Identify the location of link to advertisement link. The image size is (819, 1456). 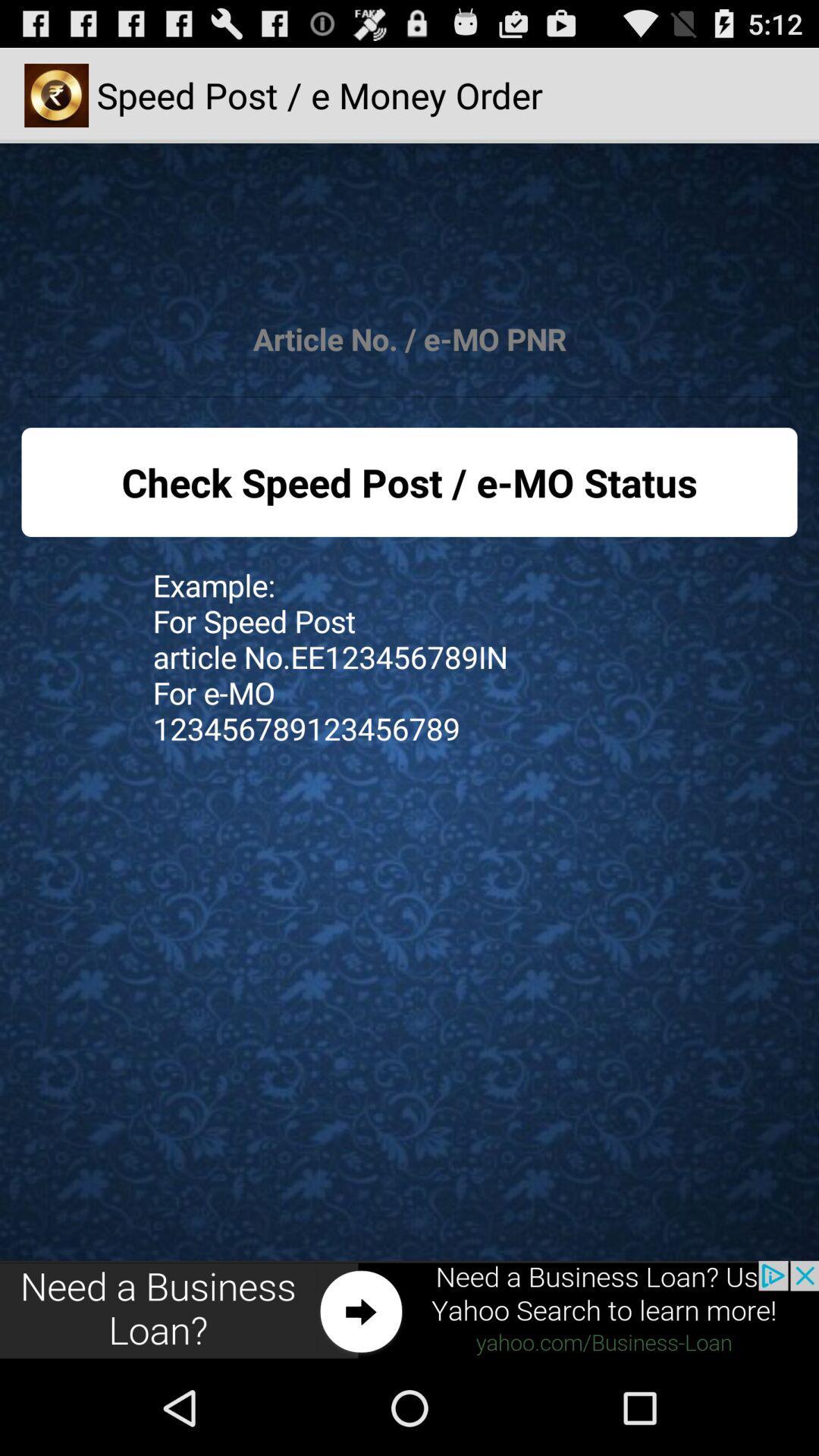
(409, 1310).